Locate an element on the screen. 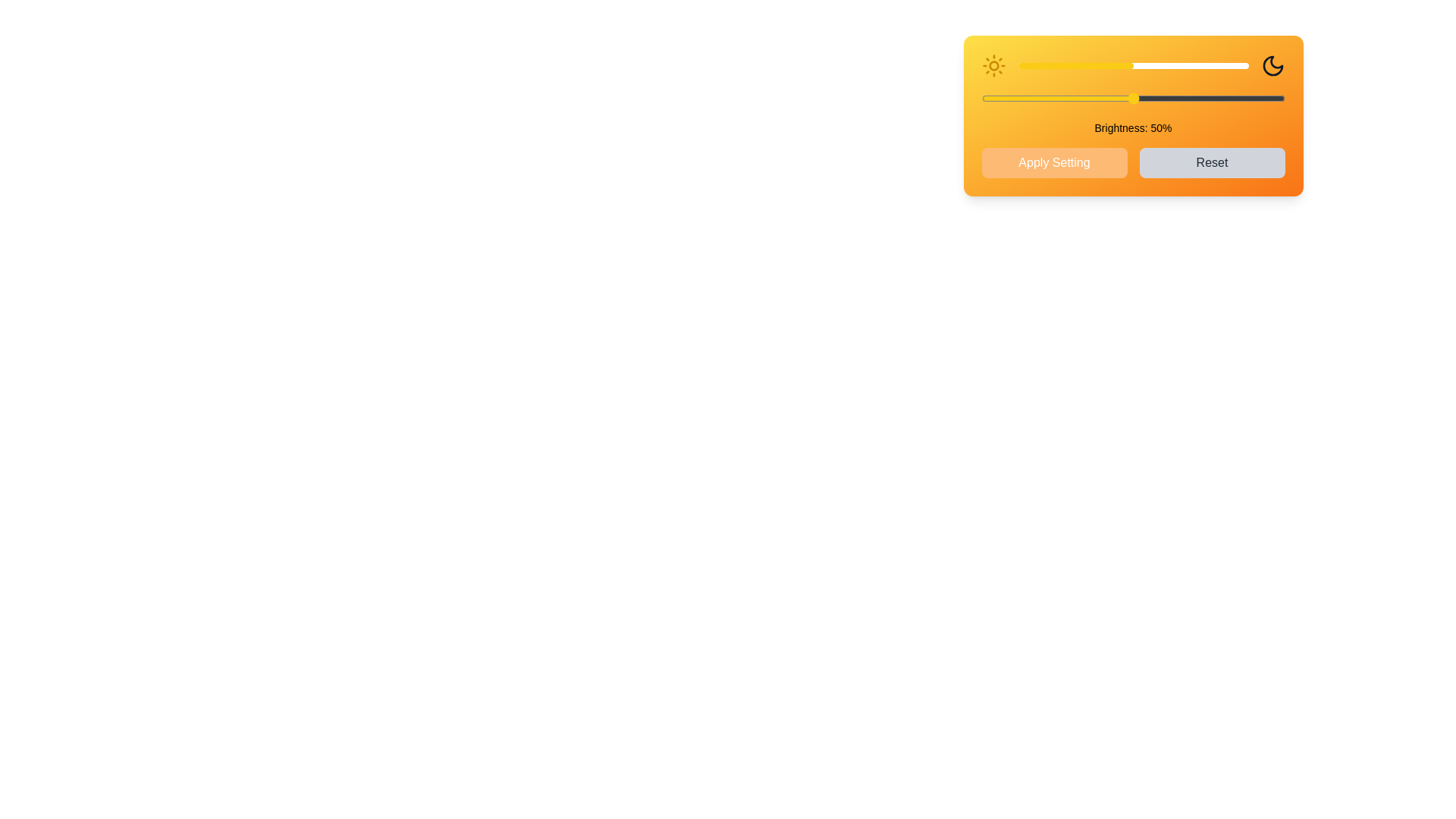  'Apply Setting' button is located at coordinates (1053, 163).